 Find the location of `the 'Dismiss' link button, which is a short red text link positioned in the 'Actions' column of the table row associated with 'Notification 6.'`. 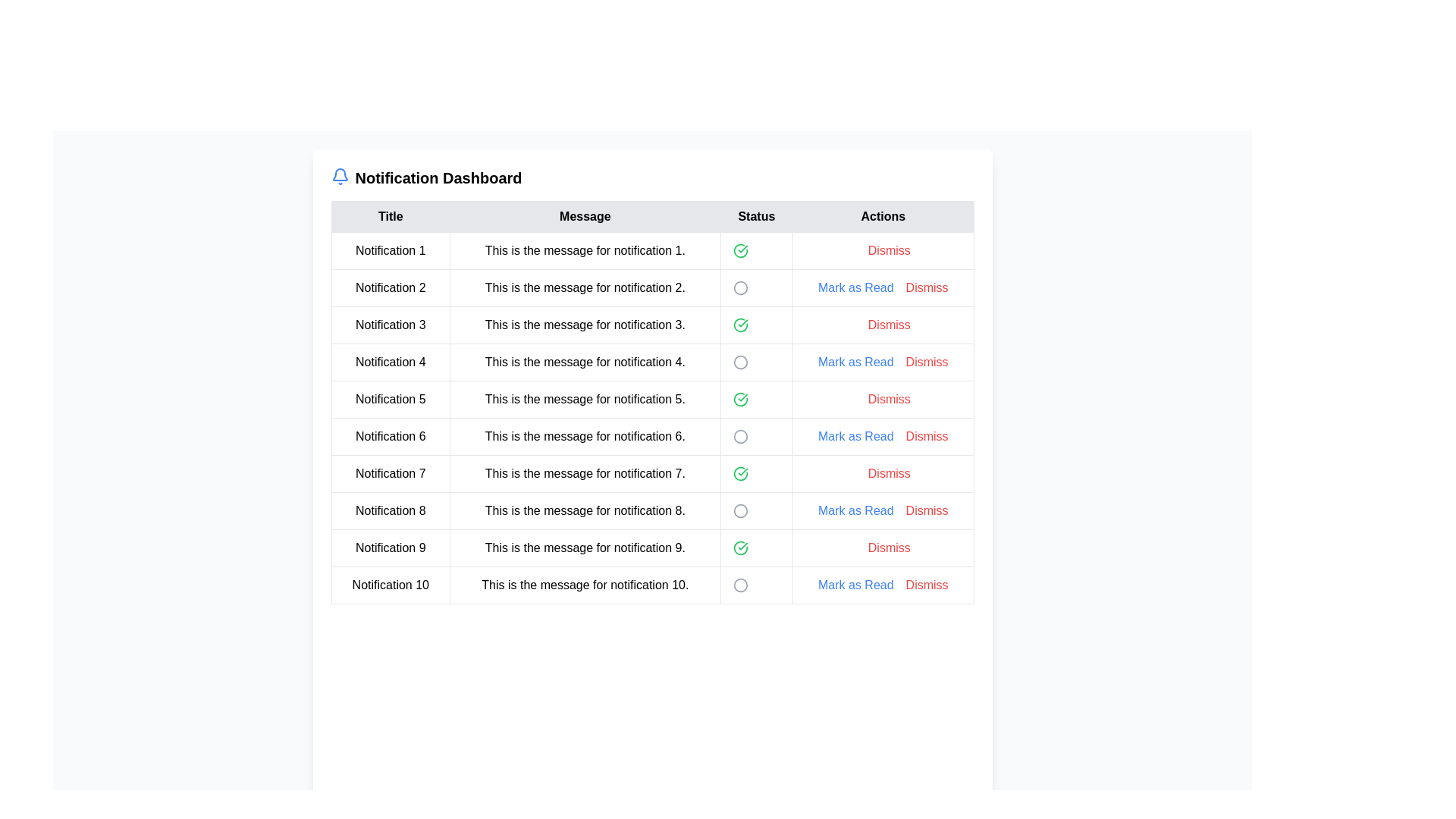

the 'Dismiss' link button, which is a short red text link positioned in the 'Actions' column of the table row associated with 'Notification 6.' is located at coordinates (926, 436).